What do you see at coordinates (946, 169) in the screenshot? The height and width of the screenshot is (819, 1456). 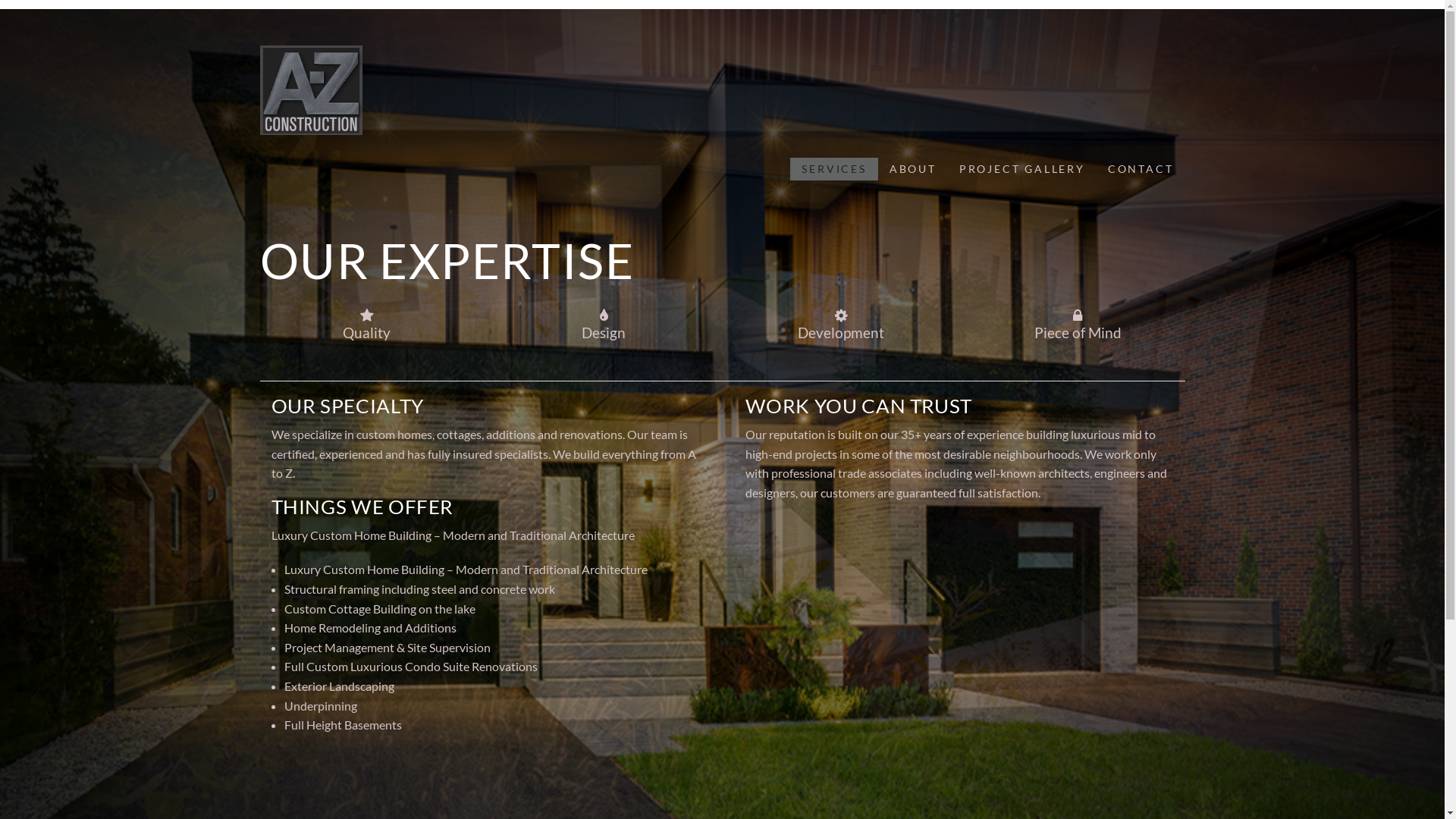 I see `'PROJECT GALLERY'` at bounding box center [946, 169].